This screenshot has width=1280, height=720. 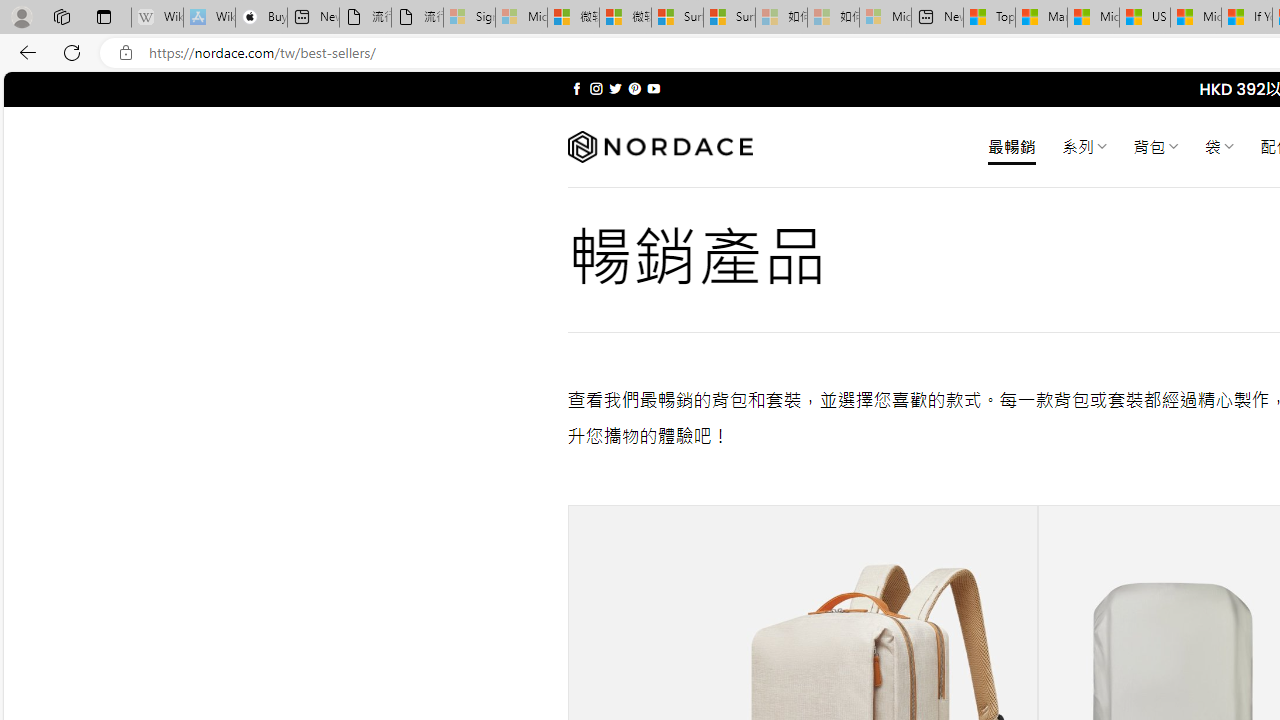 I want to click on 'Marine life - MSN', so click(x=1040, y=17).